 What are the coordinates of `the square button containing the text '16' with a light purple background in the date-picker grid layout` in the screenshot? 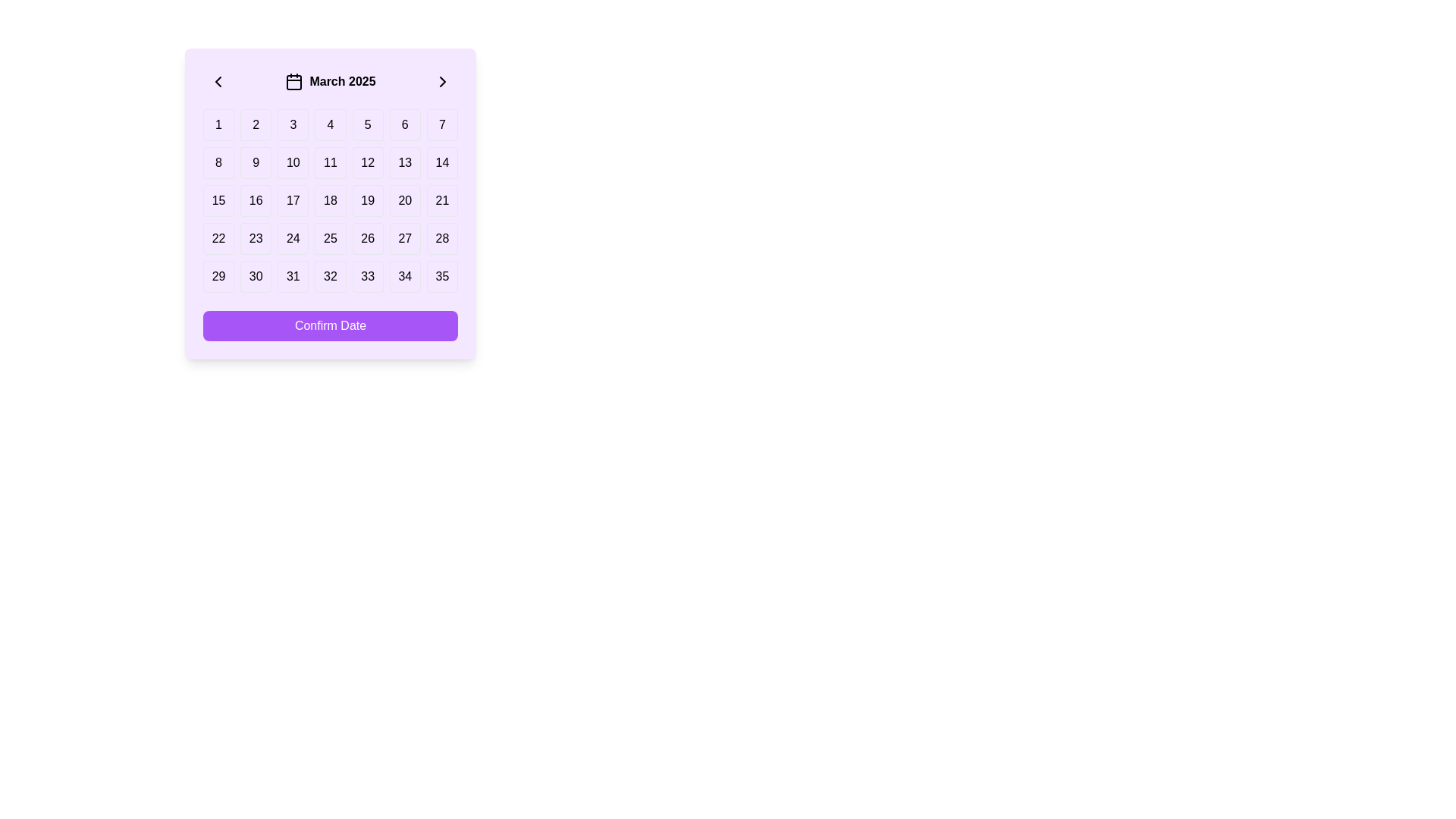 It's located at (256, 200).